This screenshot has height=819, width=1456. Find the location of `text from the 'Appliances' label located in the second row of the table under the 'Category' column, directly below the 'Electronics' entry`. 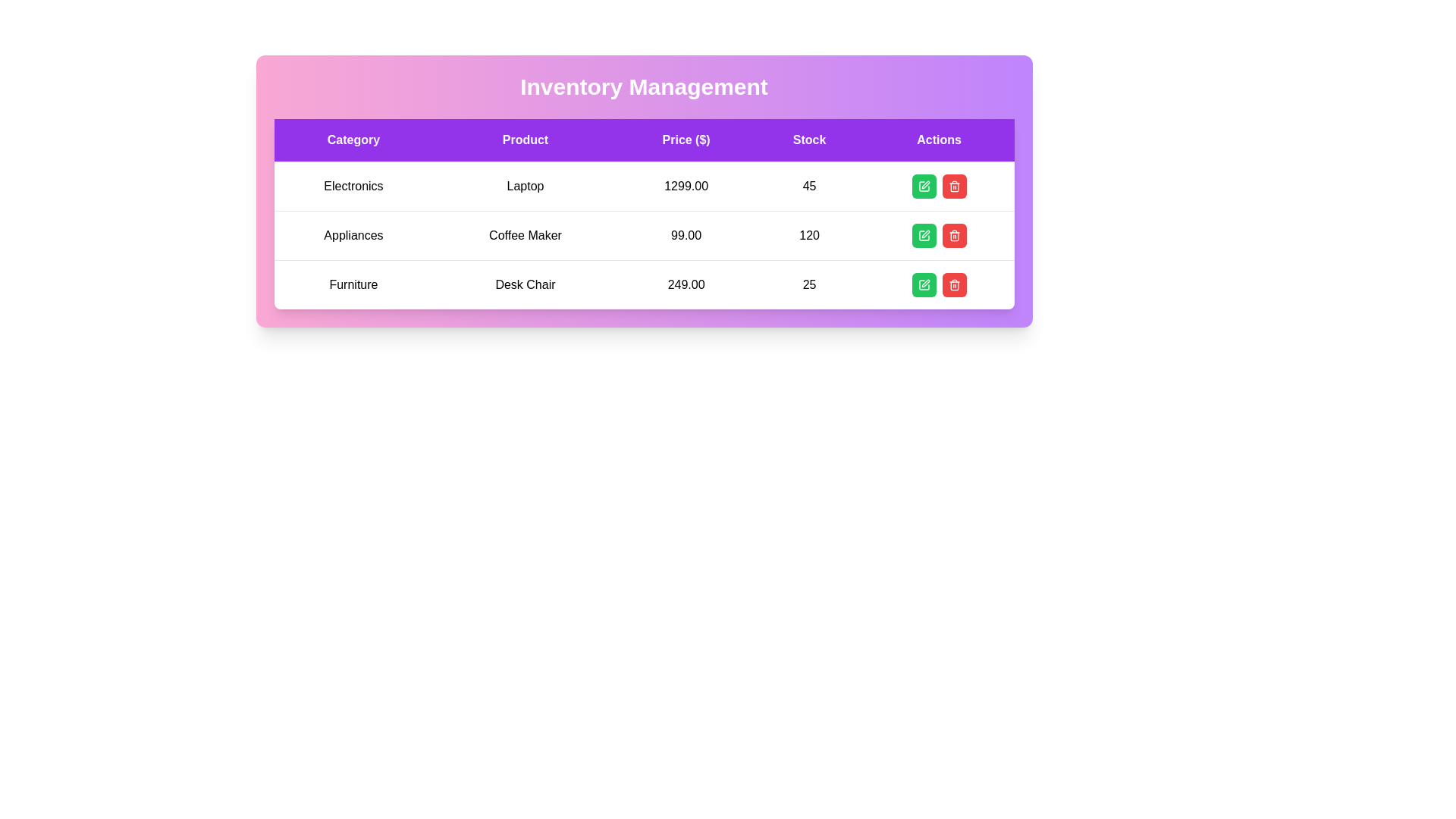

text from the 'Appliances' label located in the second row of the table under the 'Category' column, directly below the 'Electronics' entry is located at coordinates (353, 236).